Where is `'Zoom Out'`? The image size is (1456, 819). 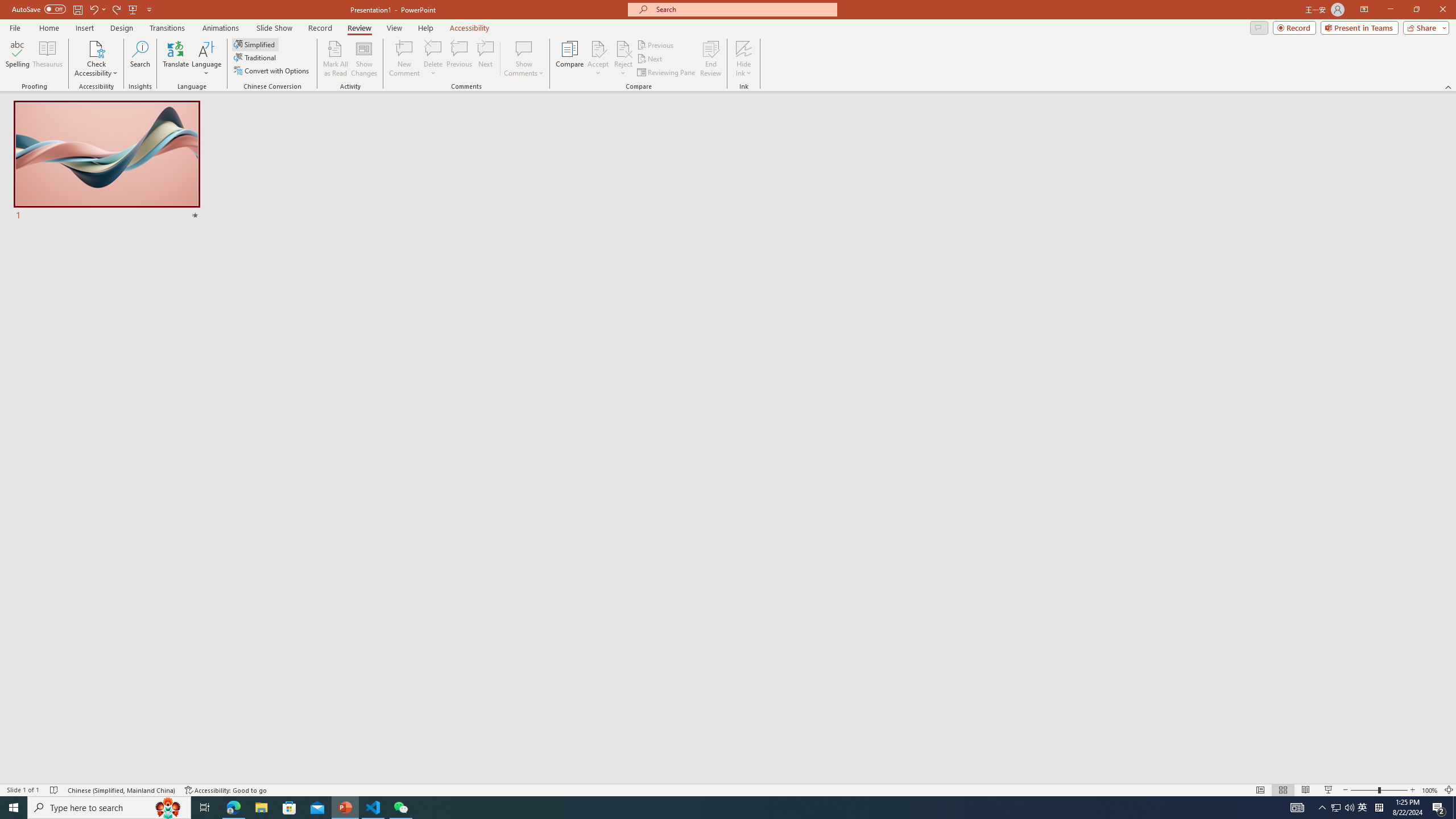
'Zoom Out' is located at coordinates (1363, 790).